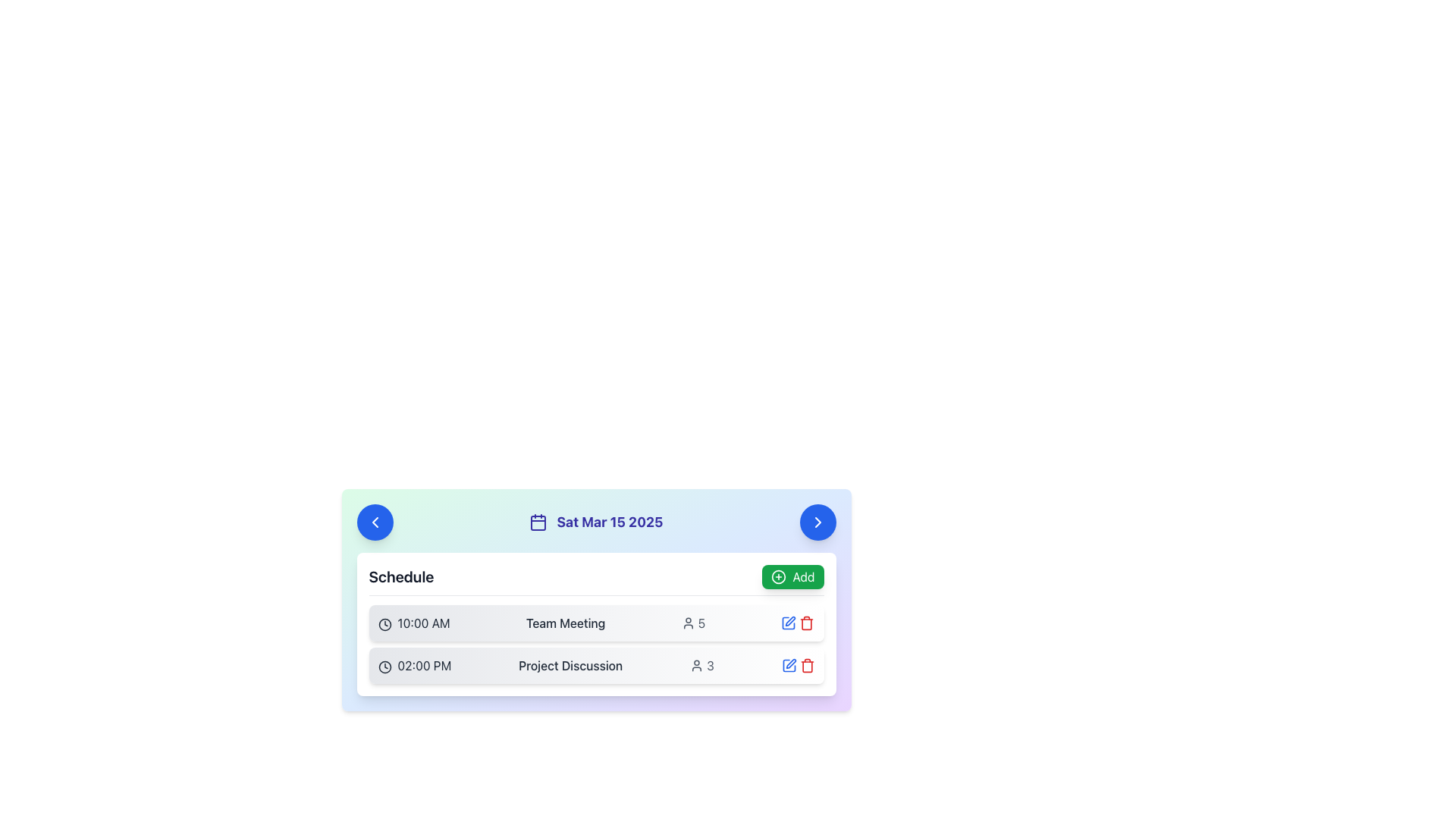  What do you see at coordinates (570, 665) in the screenshot?
I see `text from the Text Label that describes the scheduled event, located to the right of the time label '02:00 PM' in the second row of scheduled events` at bounding box center [570, 665].